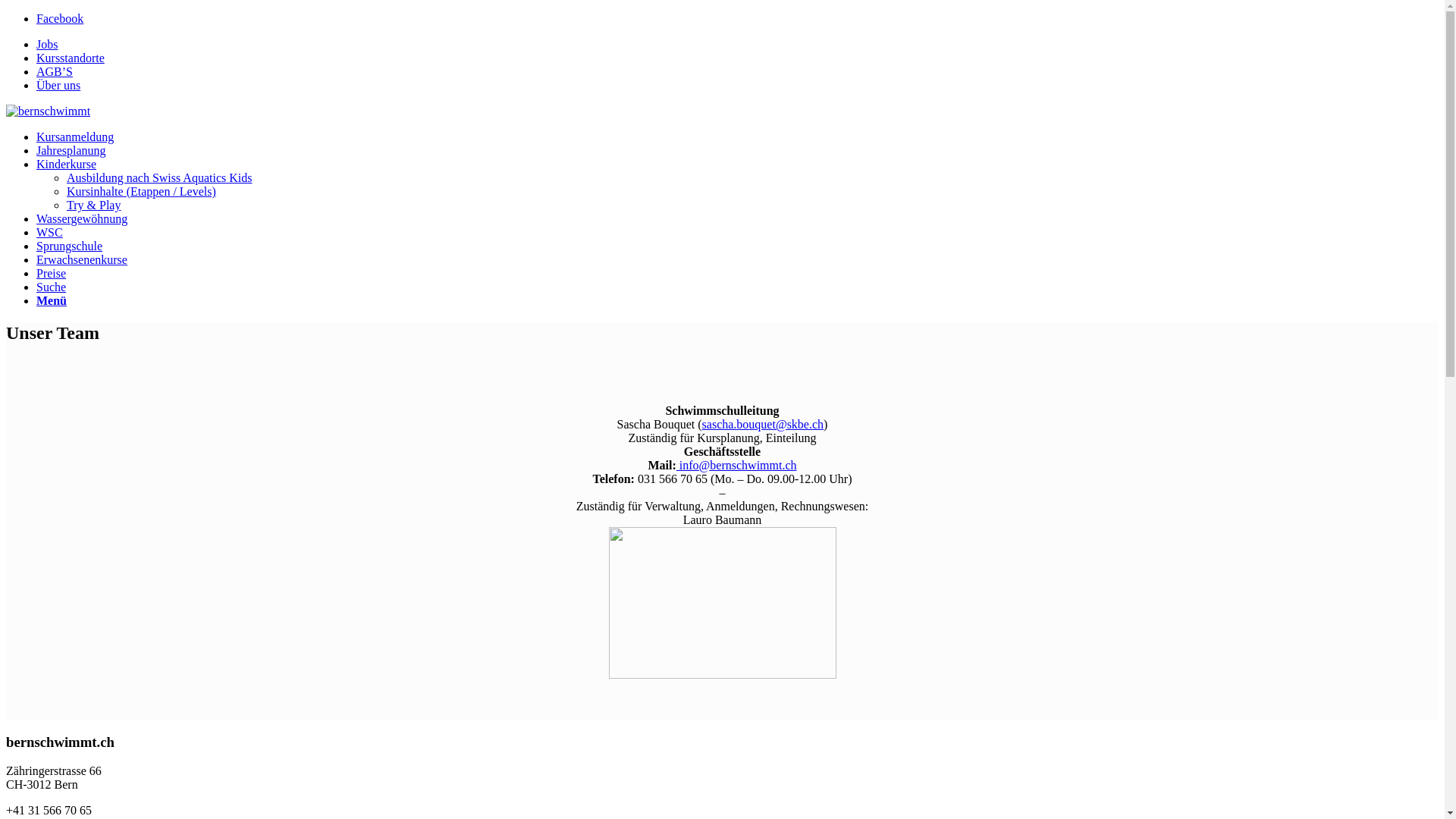 The image size is (1456, 819). Describe the element at coordinates (51, 273) in the screenshot. I see `'Preise'` at that location.